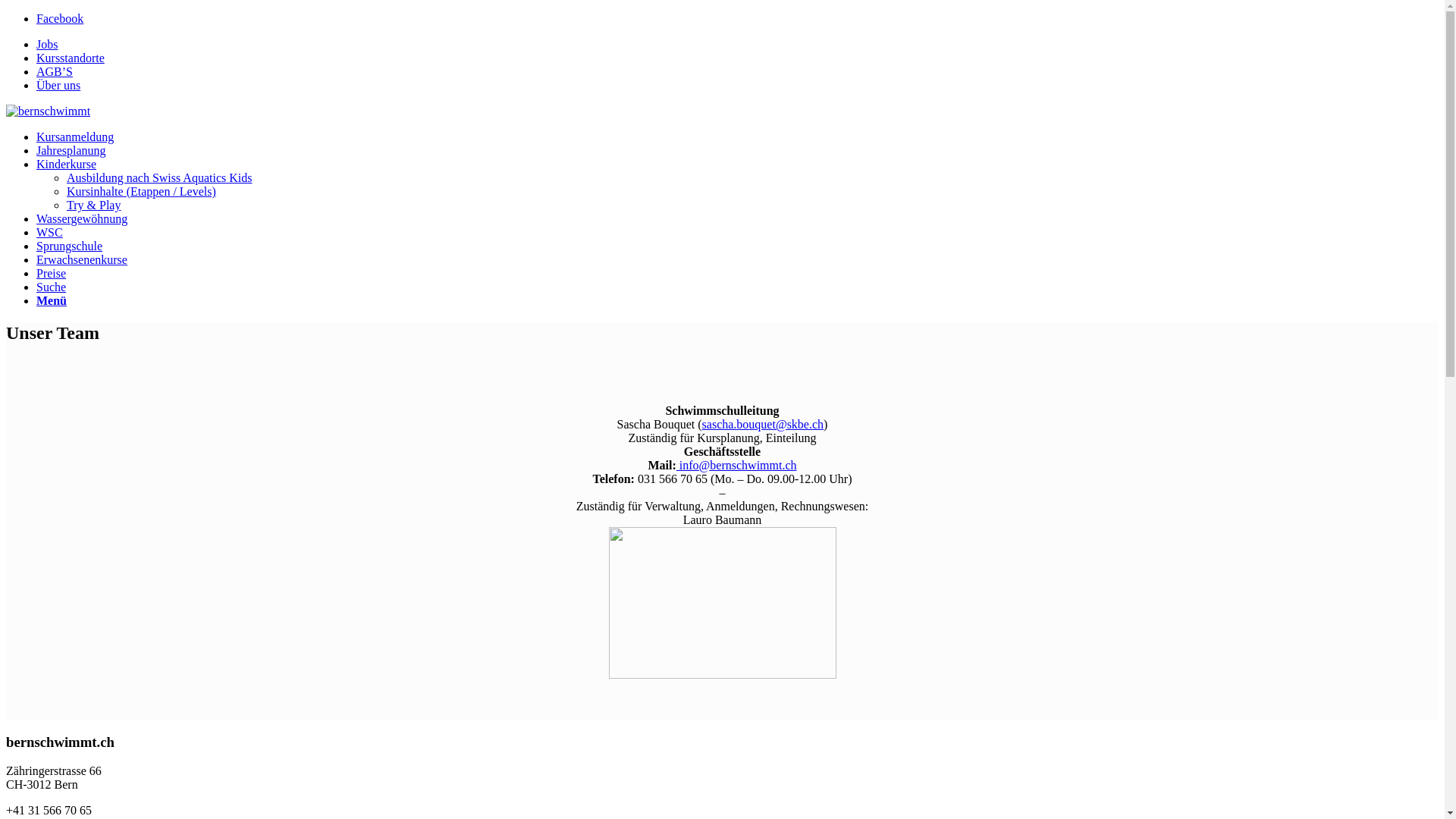 The image size is (1456, 819). Describe the element at coordinates (51, 273) in the screenshot. I see `'Preise'` at that location.